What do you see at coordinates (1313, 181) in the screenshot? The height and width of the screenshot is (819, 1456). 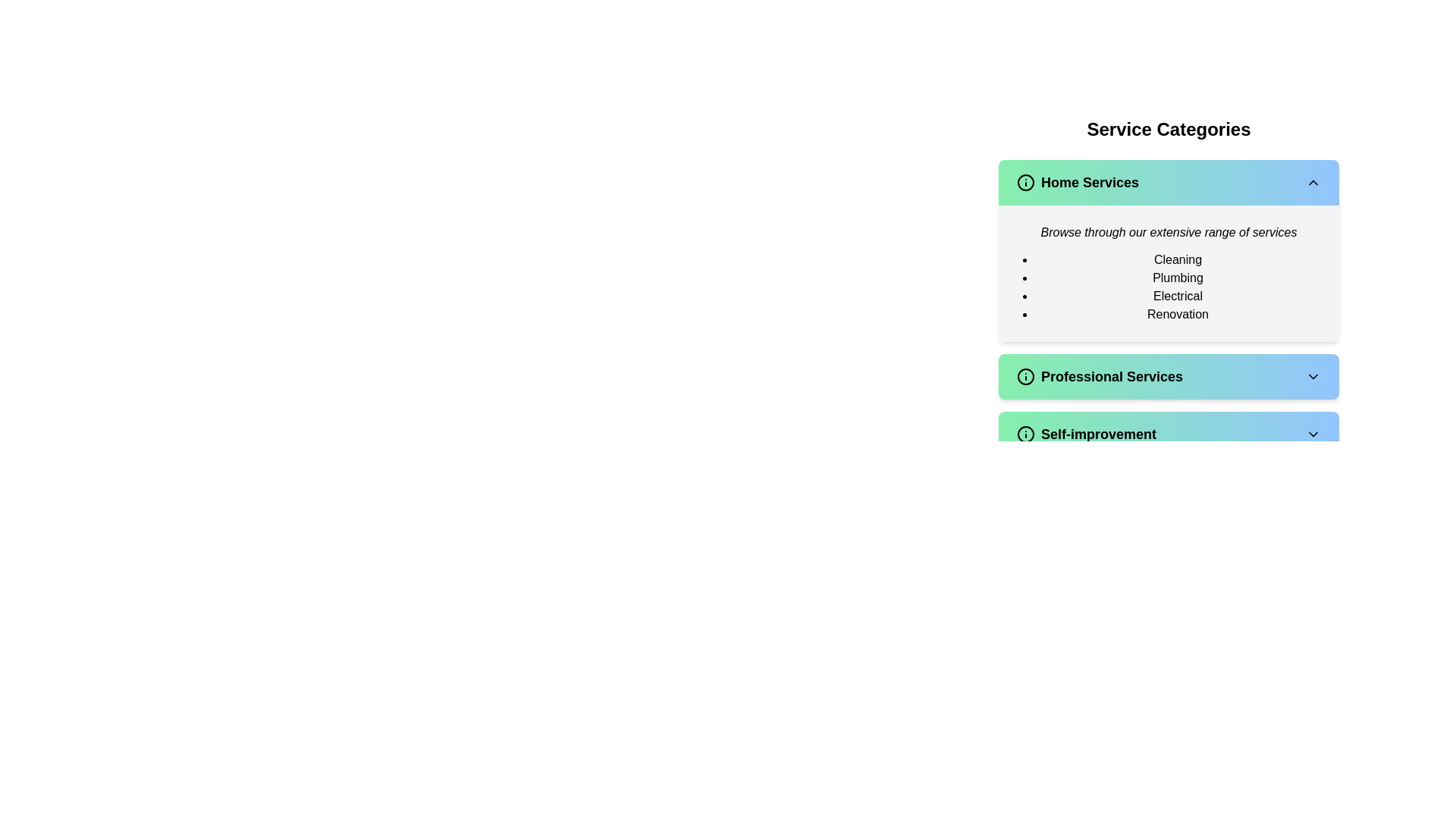 I see `the upward chevron icon located at the far right end of the 'Home Services' section` at bounding box center [1313, 181].